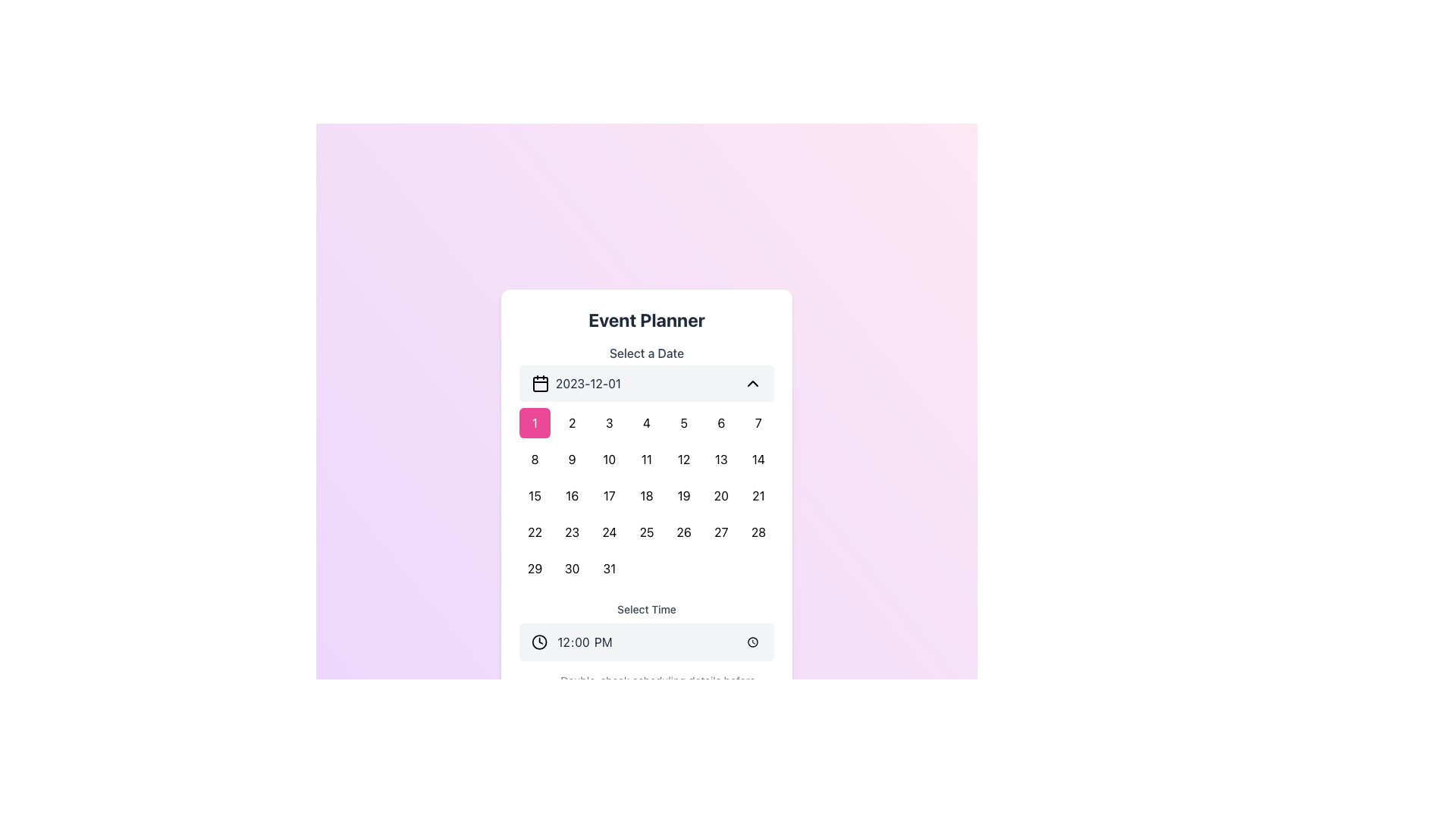  I want to click on the button displaying '31' in the calendar interface, so click(609, 568).